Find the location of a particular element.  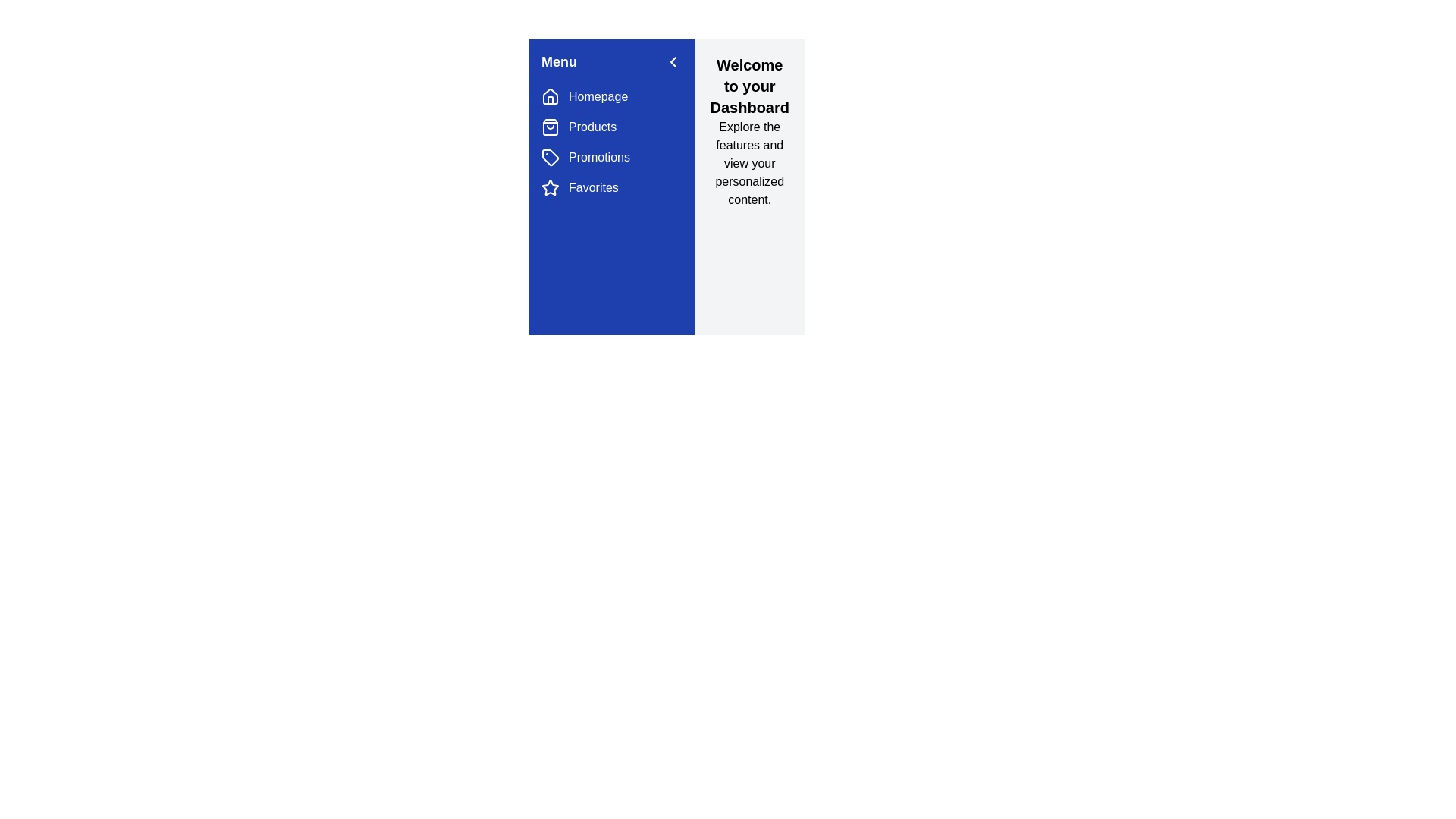

the toggle button to change the drawer state is located at coordinates (672, 61).